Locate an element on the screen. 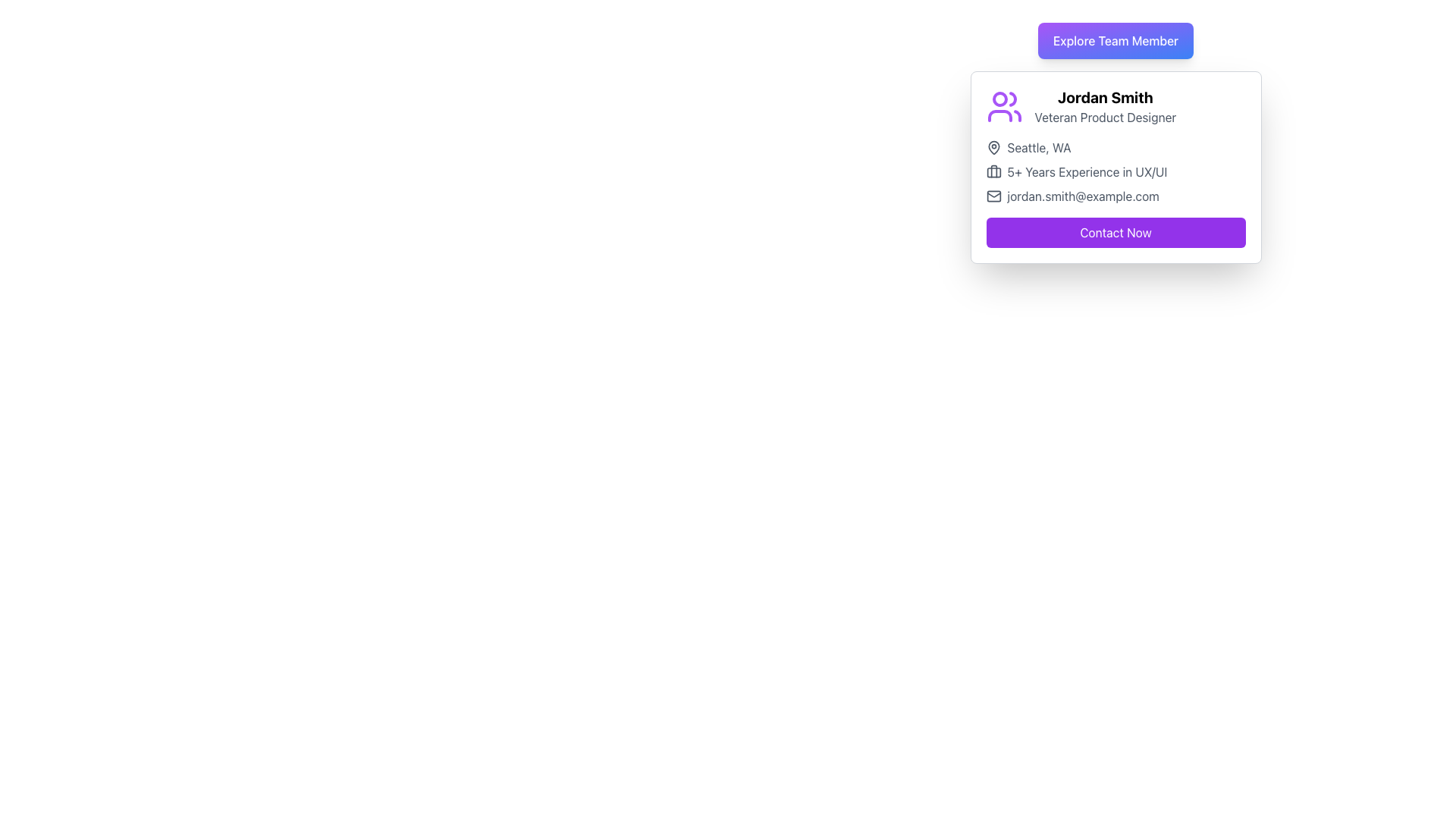 This screenshot has height=819, width=1456. the button that triggers an action is located at coordinates (1116, 40).